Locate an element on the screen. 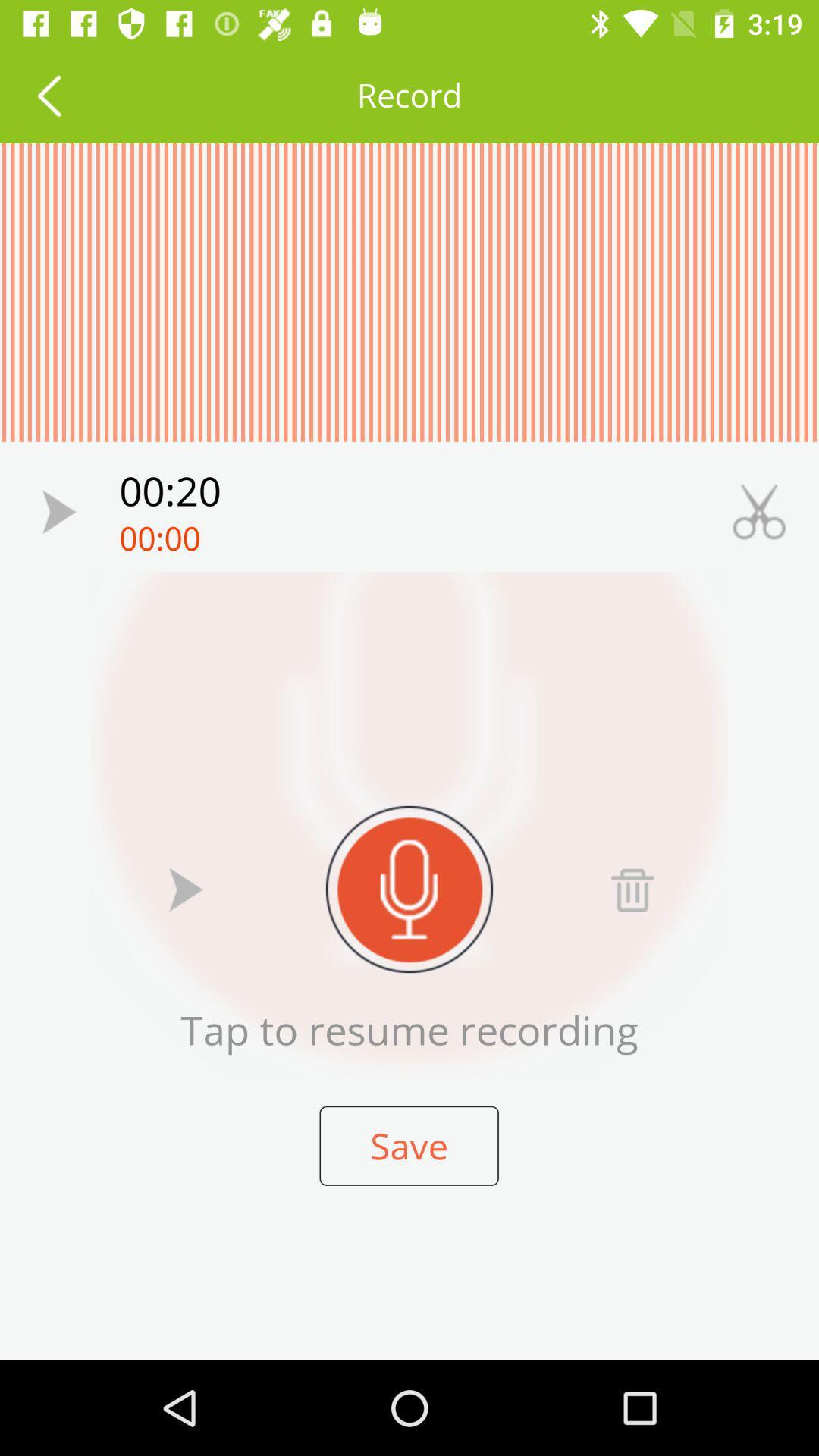 The image size is (819, 1456). the save item is located at coordinates (408, 1146).